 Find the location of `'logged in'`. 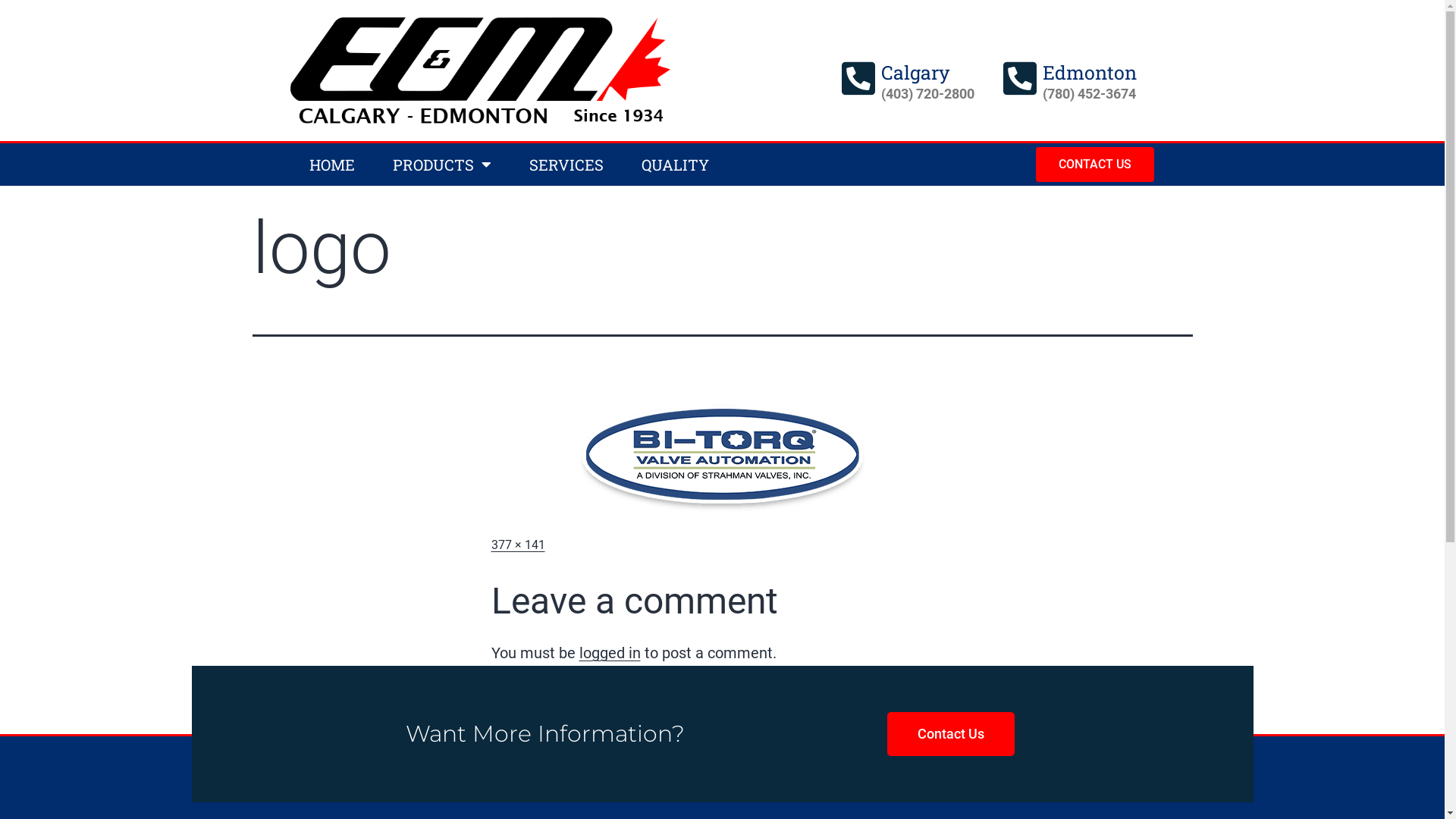

'logged in' is located at coordinates (610, 651).